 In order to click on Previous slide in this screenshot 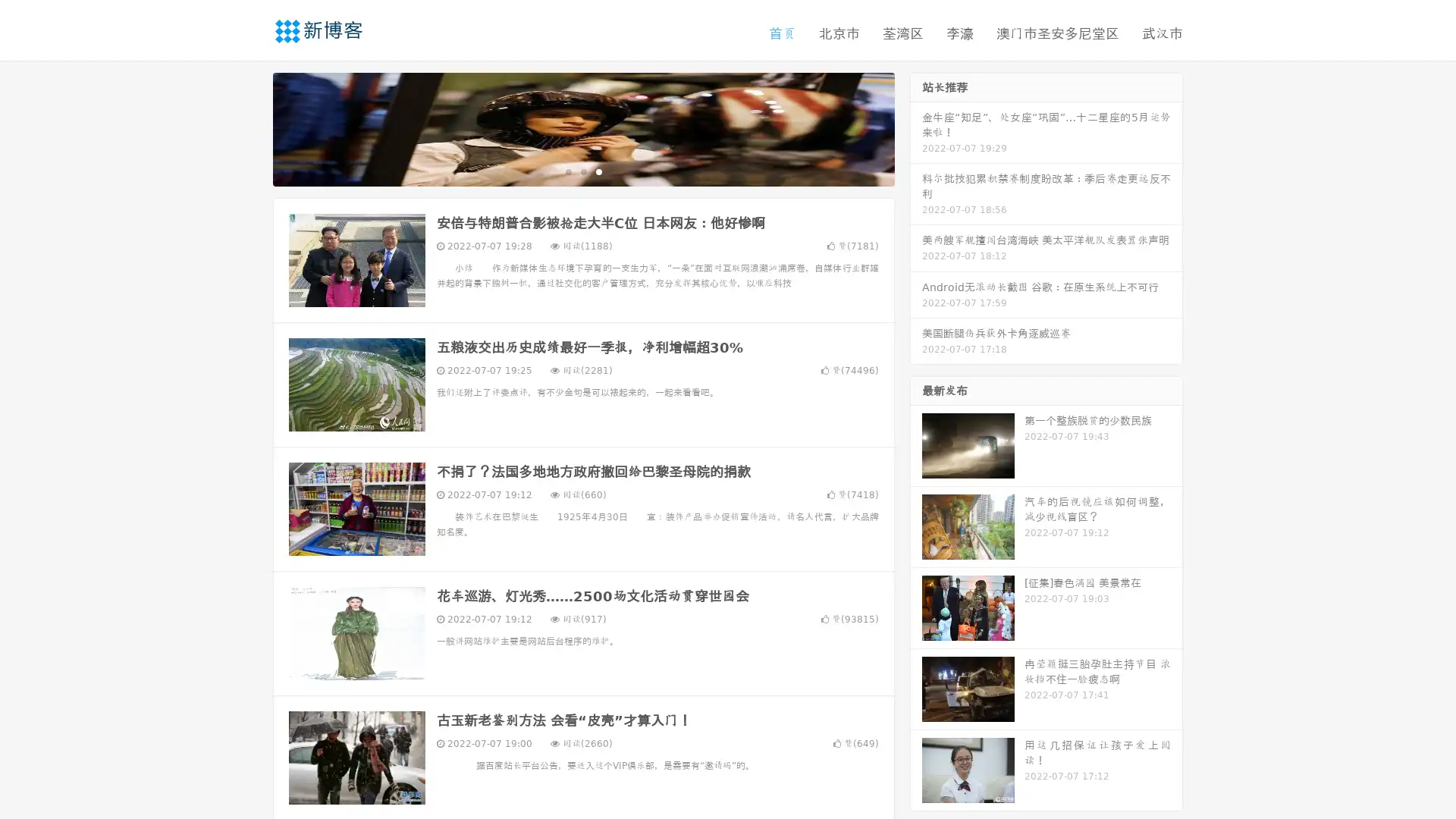, I will do `click(250, 127)`.